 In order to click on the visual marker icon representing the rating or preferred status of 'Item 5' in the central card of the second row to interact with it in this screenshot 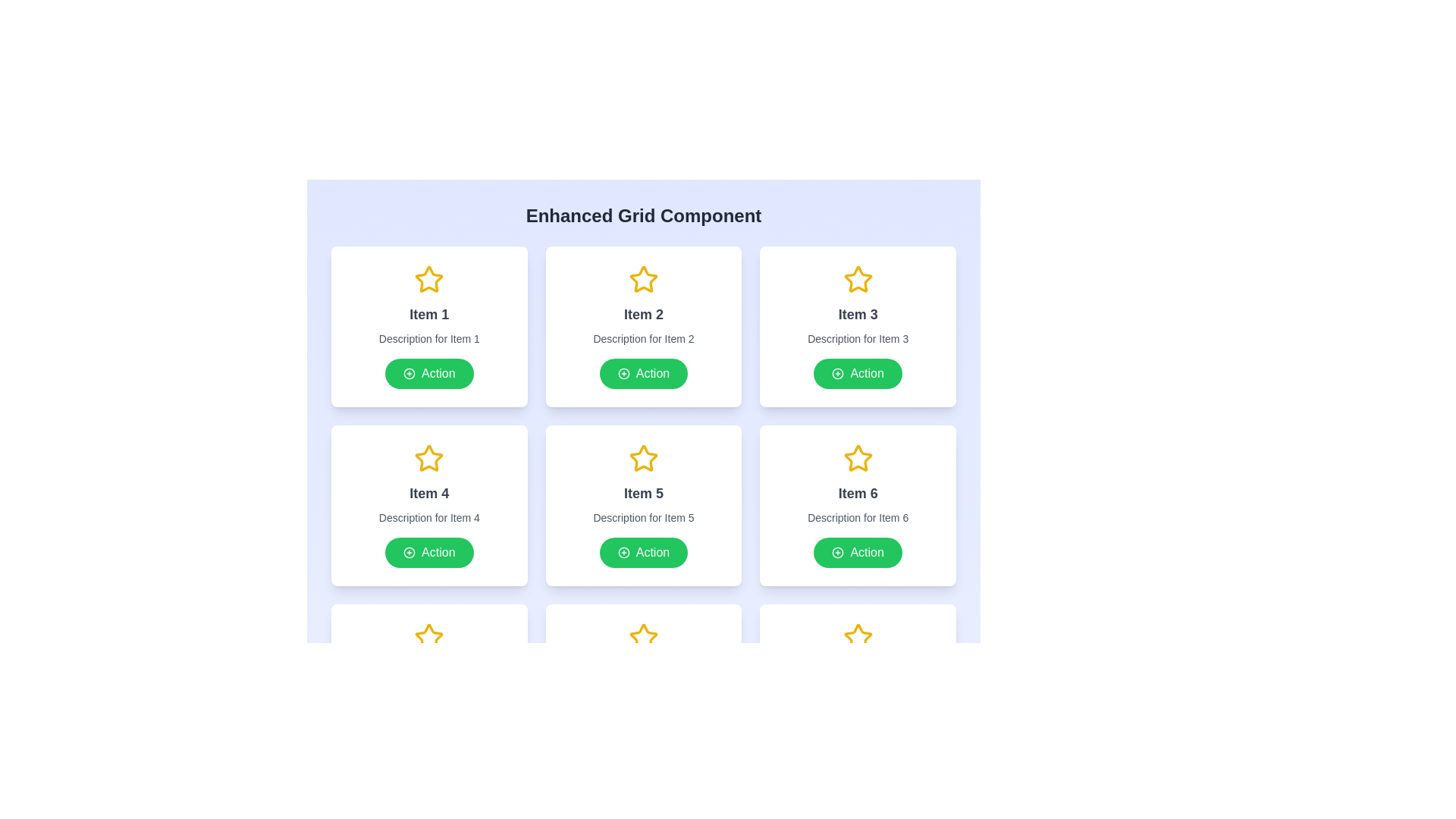, I will do `click(644, 457)`.